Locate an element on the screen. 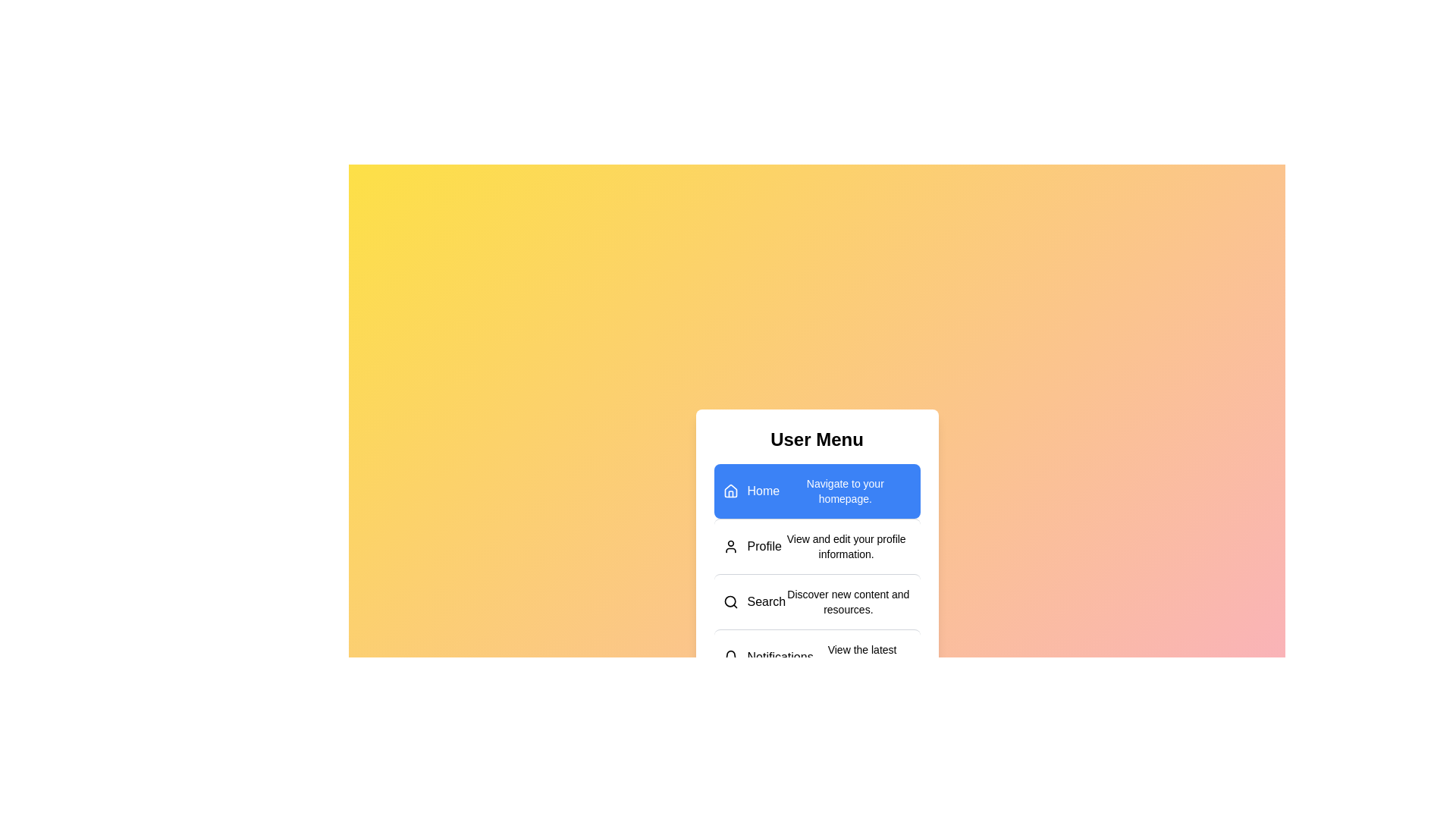 The width and height of the screenshot is (1456, 819). the menu item labeled Search to change the selected option is located at coordinates (816, 601).